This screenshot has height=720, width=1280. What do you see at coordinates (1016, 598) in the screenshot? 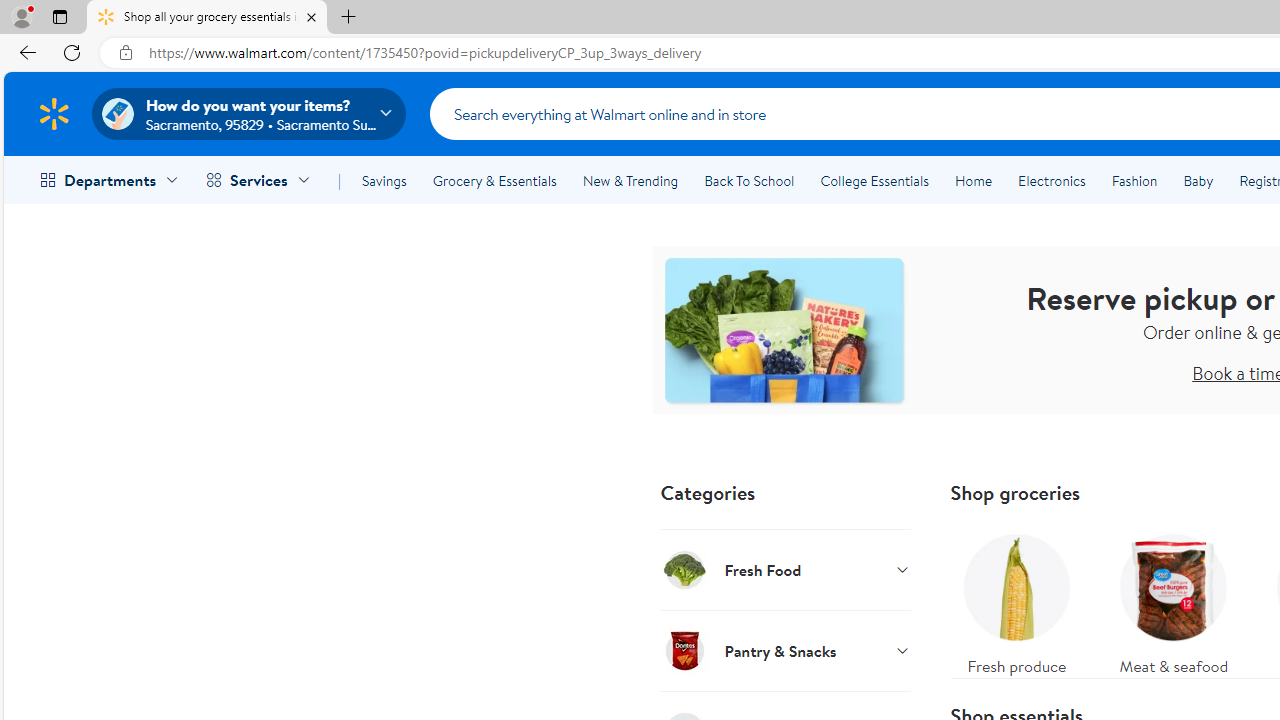
I see `'Fresh produce'` at bounding box center [1016, 598].